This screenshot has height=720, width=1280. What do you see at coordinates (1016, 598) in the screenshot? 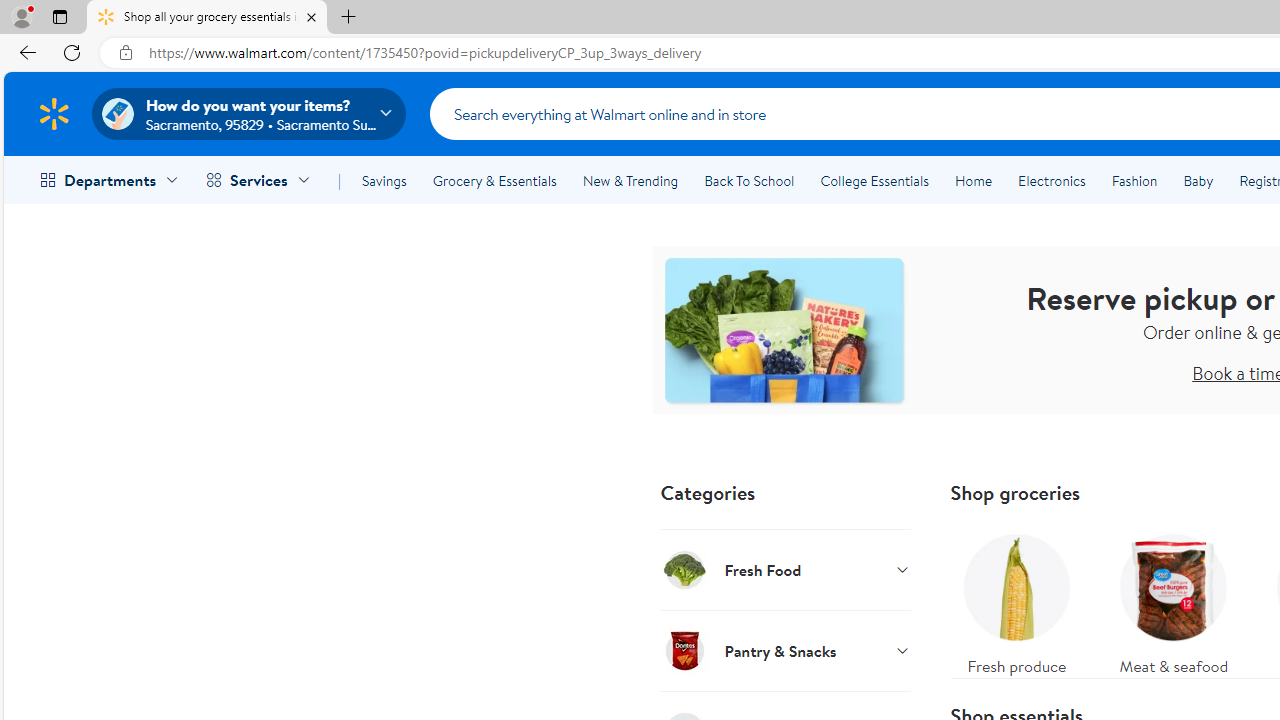
I see `'Fresh produce'` at bounding box center [1016, 598].